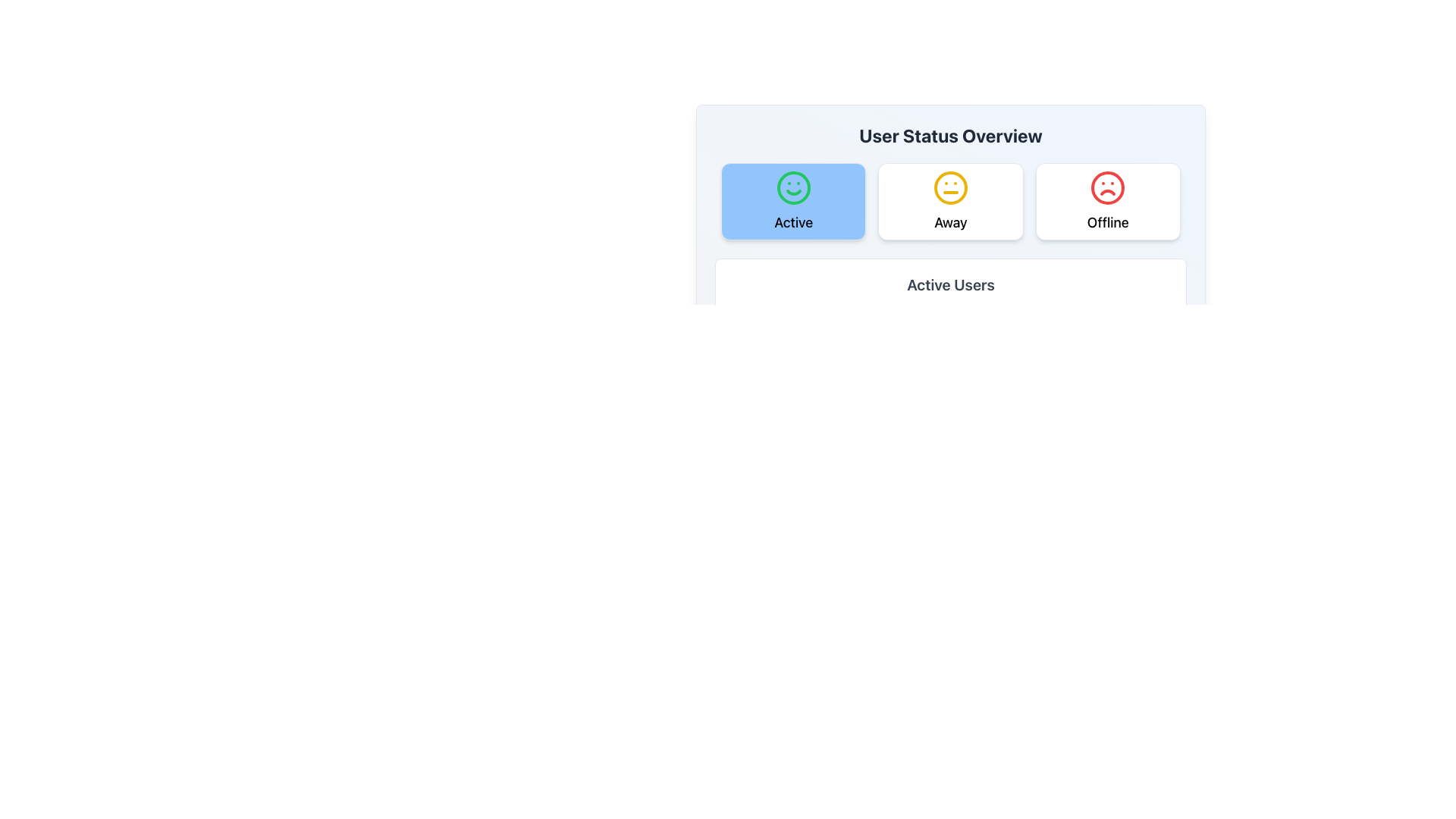  What do you see at coordinates (949, 201) in the screenshot?
I see `the rectangular button with a white background and a yellow neutral face emoji labeled 'Away'` at bounding box center [949, 201].